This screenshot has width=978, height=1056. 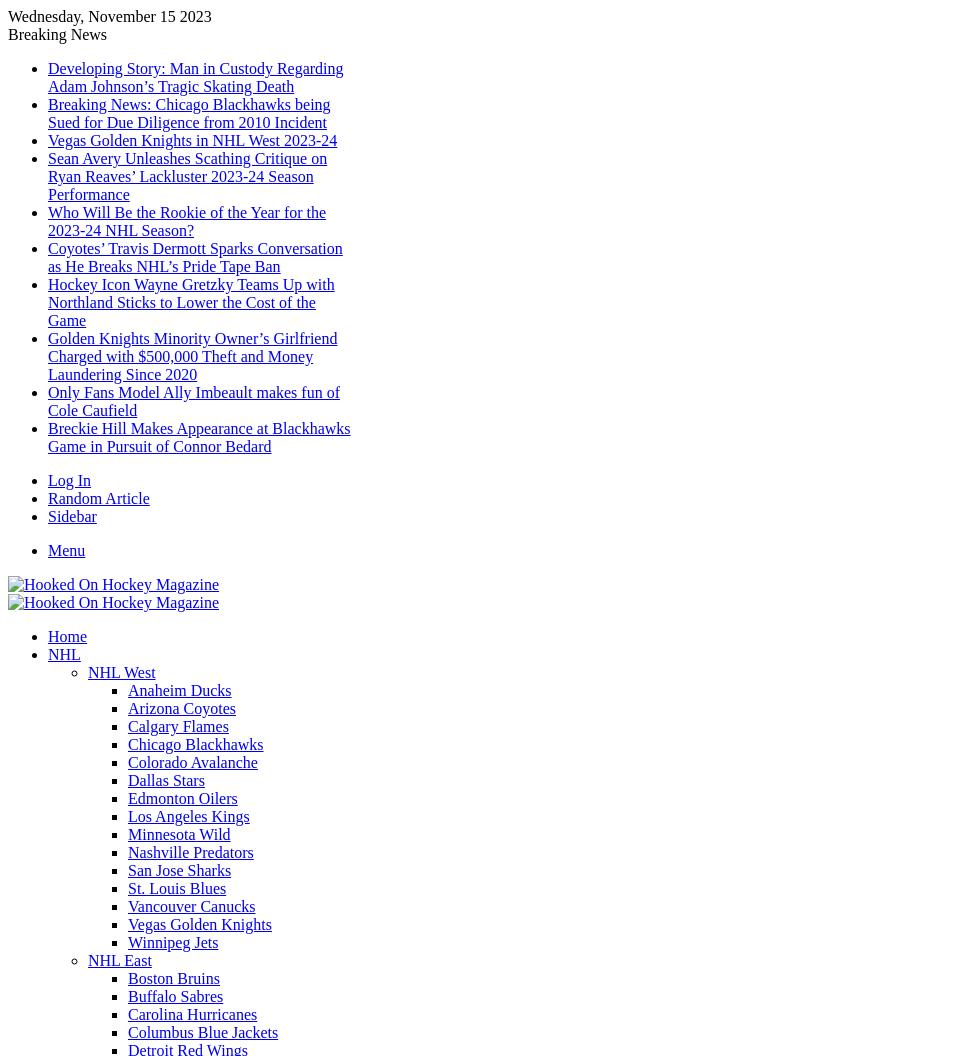 I want to click on 'Anaheim Ducks', so click(x=128, y=690).